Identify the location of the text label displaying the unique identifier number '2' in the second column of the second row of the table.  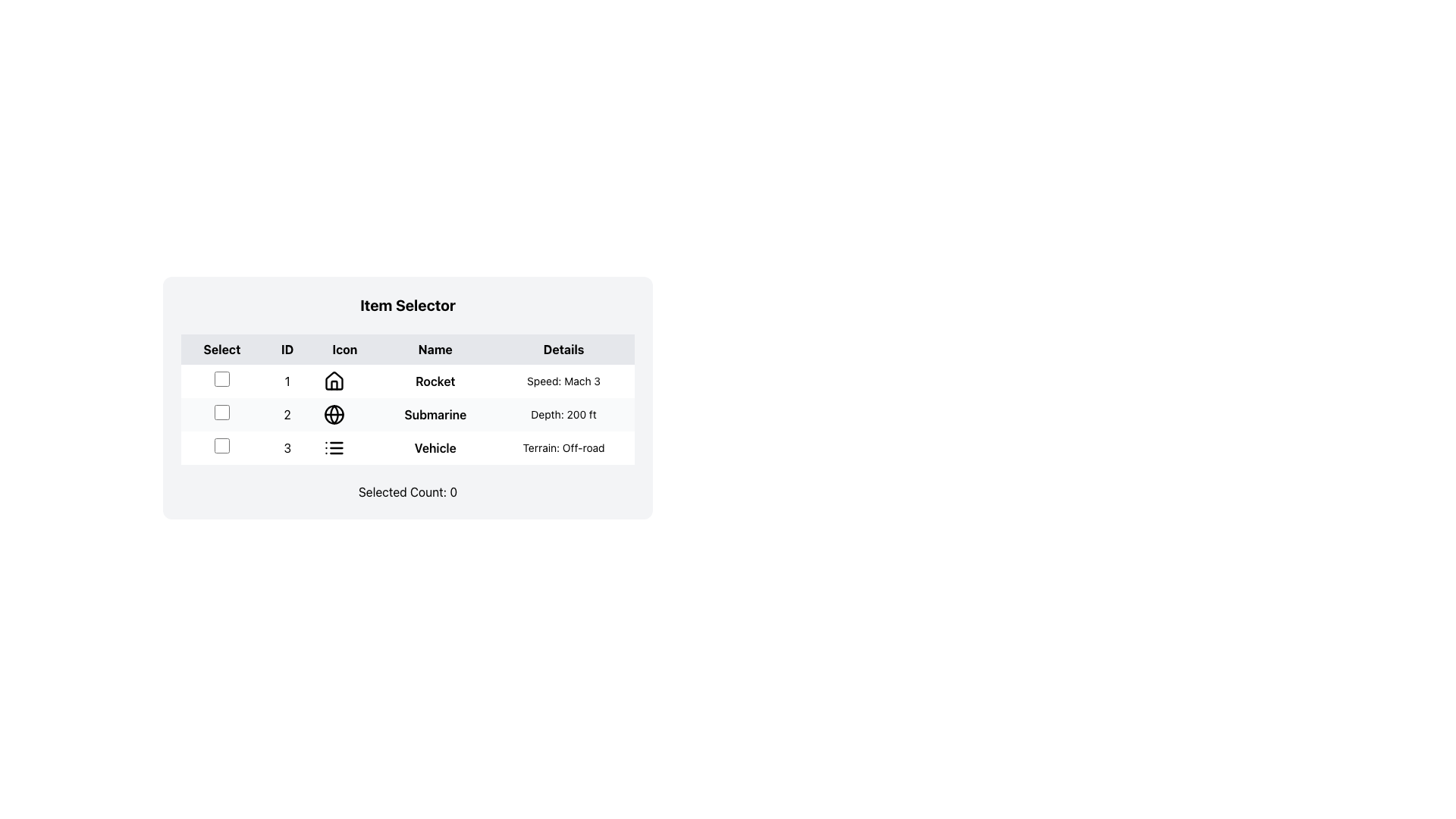
(287, 415).